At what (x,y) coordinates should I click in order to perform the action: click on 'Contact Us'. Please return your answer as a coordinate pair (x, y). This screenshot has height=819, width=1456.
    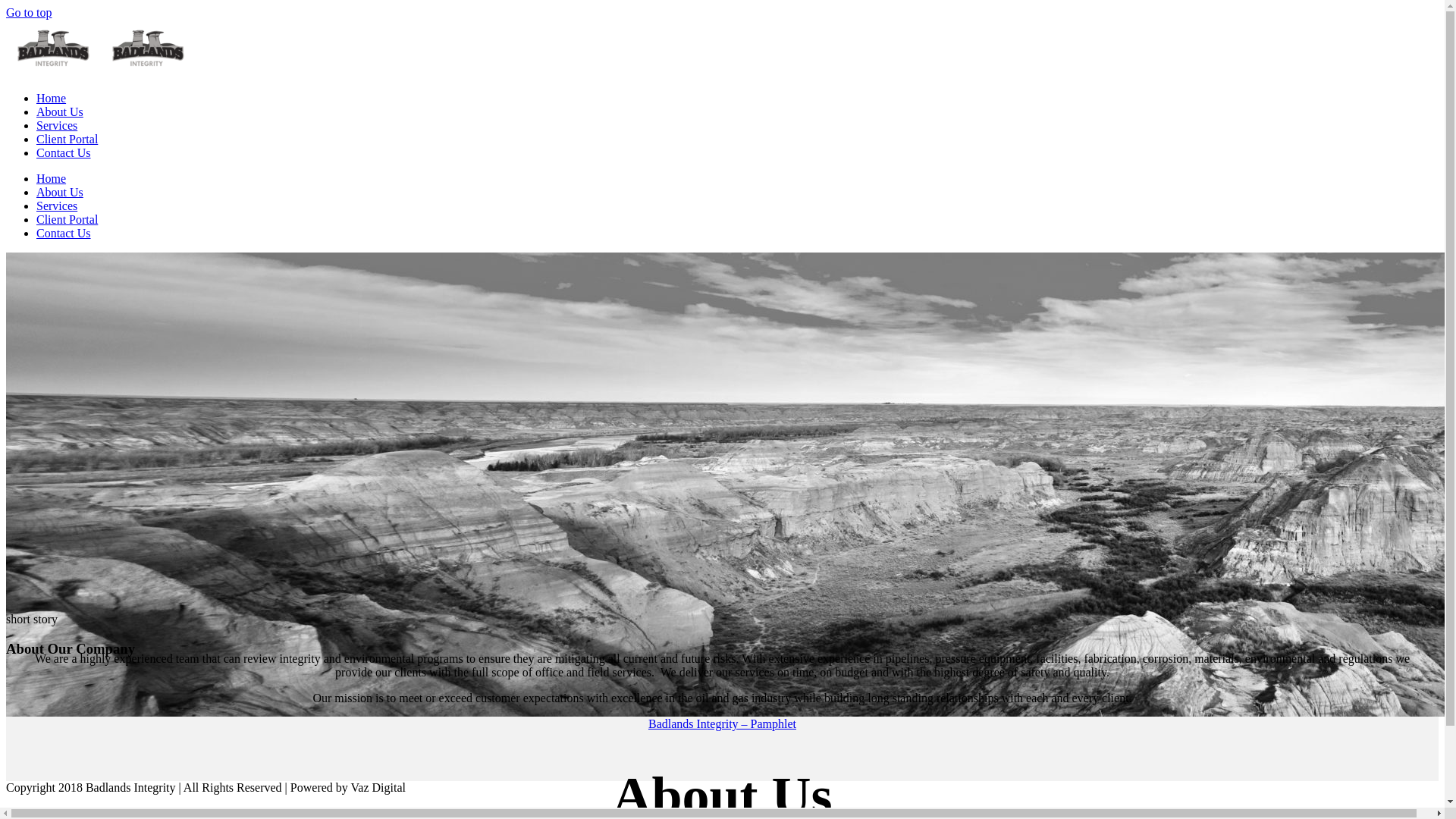
    Looking at the image, I should click on (62, 233).